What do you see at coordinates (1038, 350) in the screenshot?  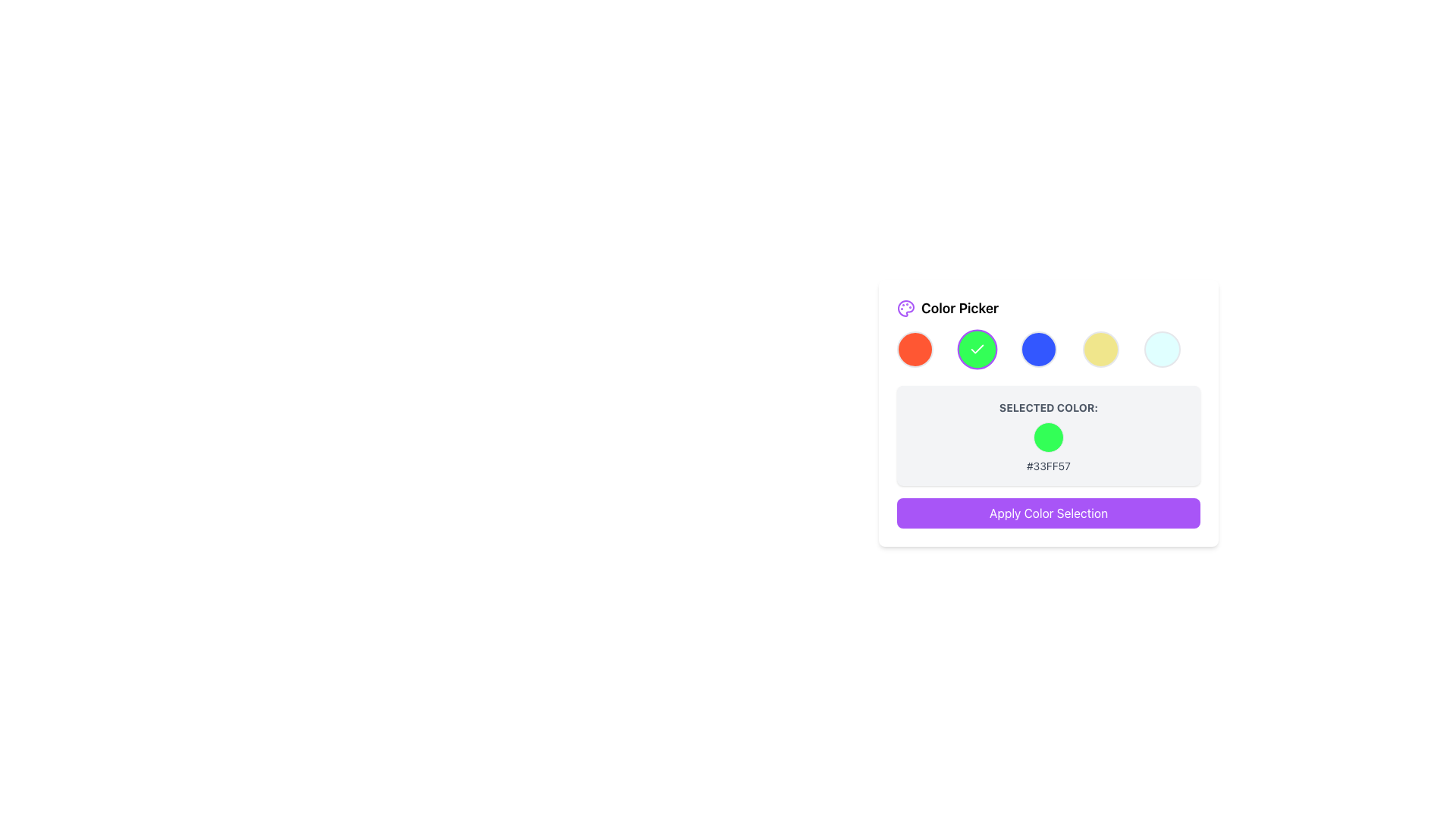 I see `the third color circle` at bounding box center [1038, 350].